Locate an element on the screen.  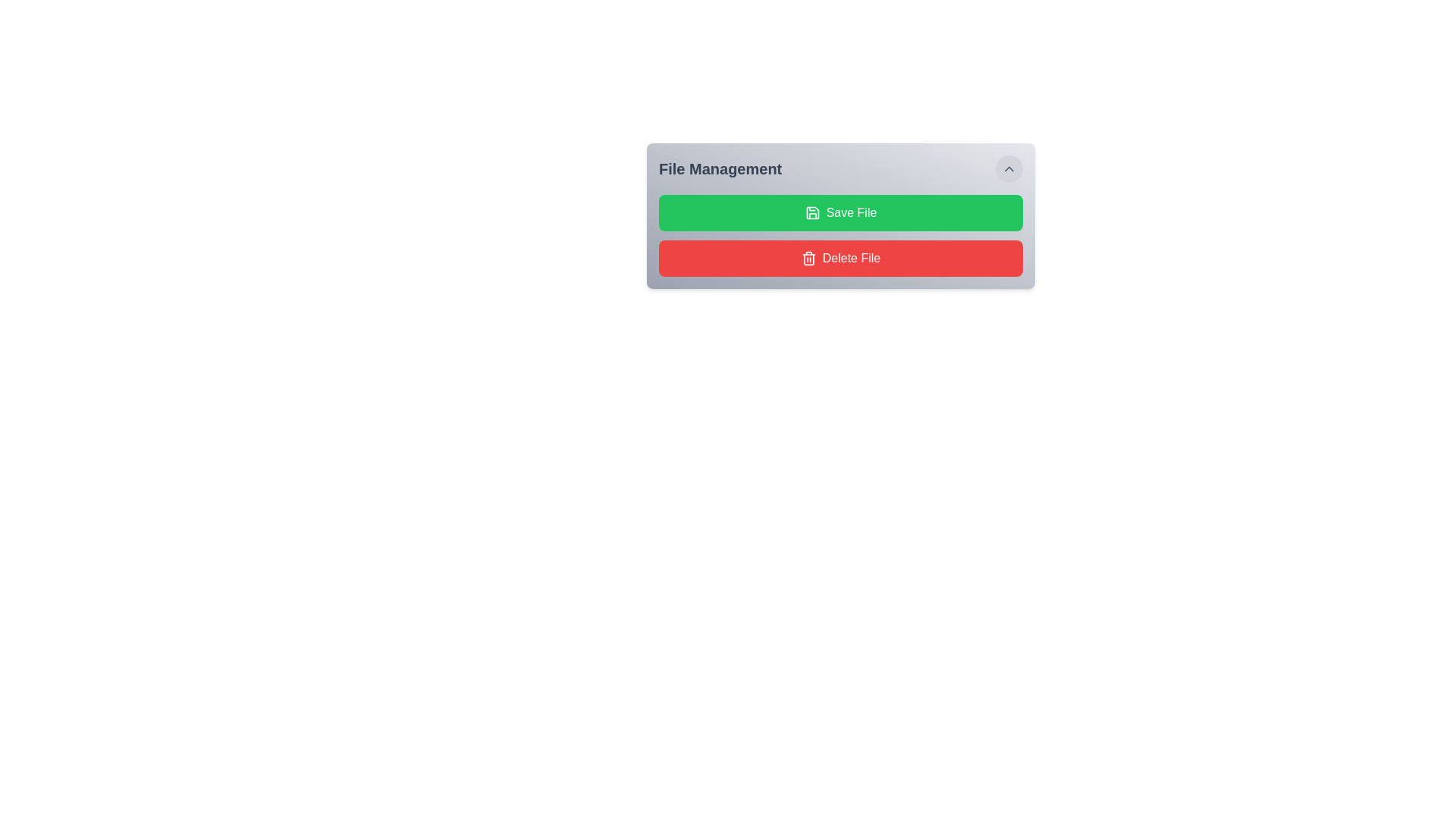
the save icon located inside the green 'Save File' button in the 'File Management' section is located at coordinates (811, 213).